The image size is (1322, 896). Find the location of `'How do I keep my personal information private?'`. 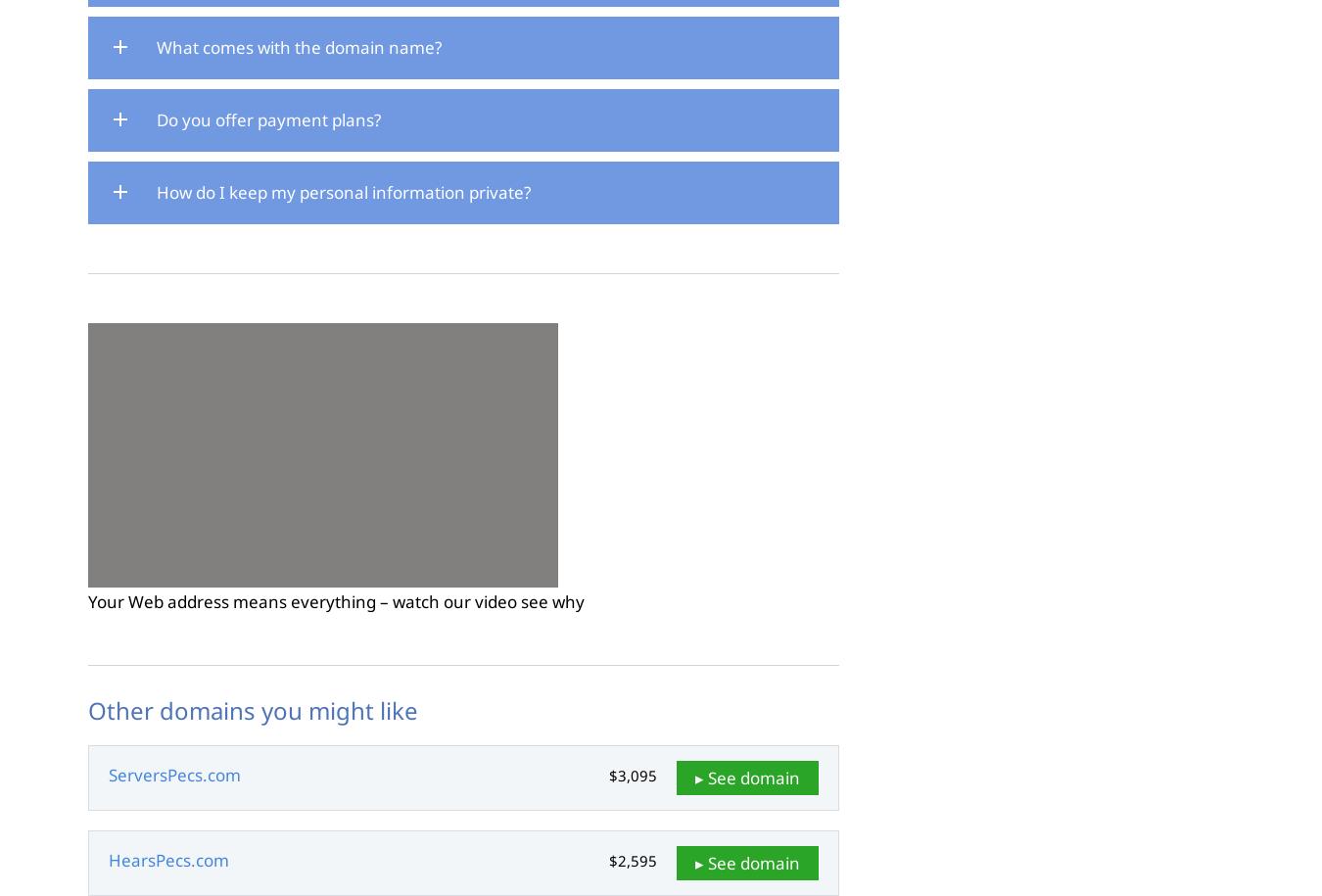

'How do I keep my personal information private?' is located at coordinates (344, 190).